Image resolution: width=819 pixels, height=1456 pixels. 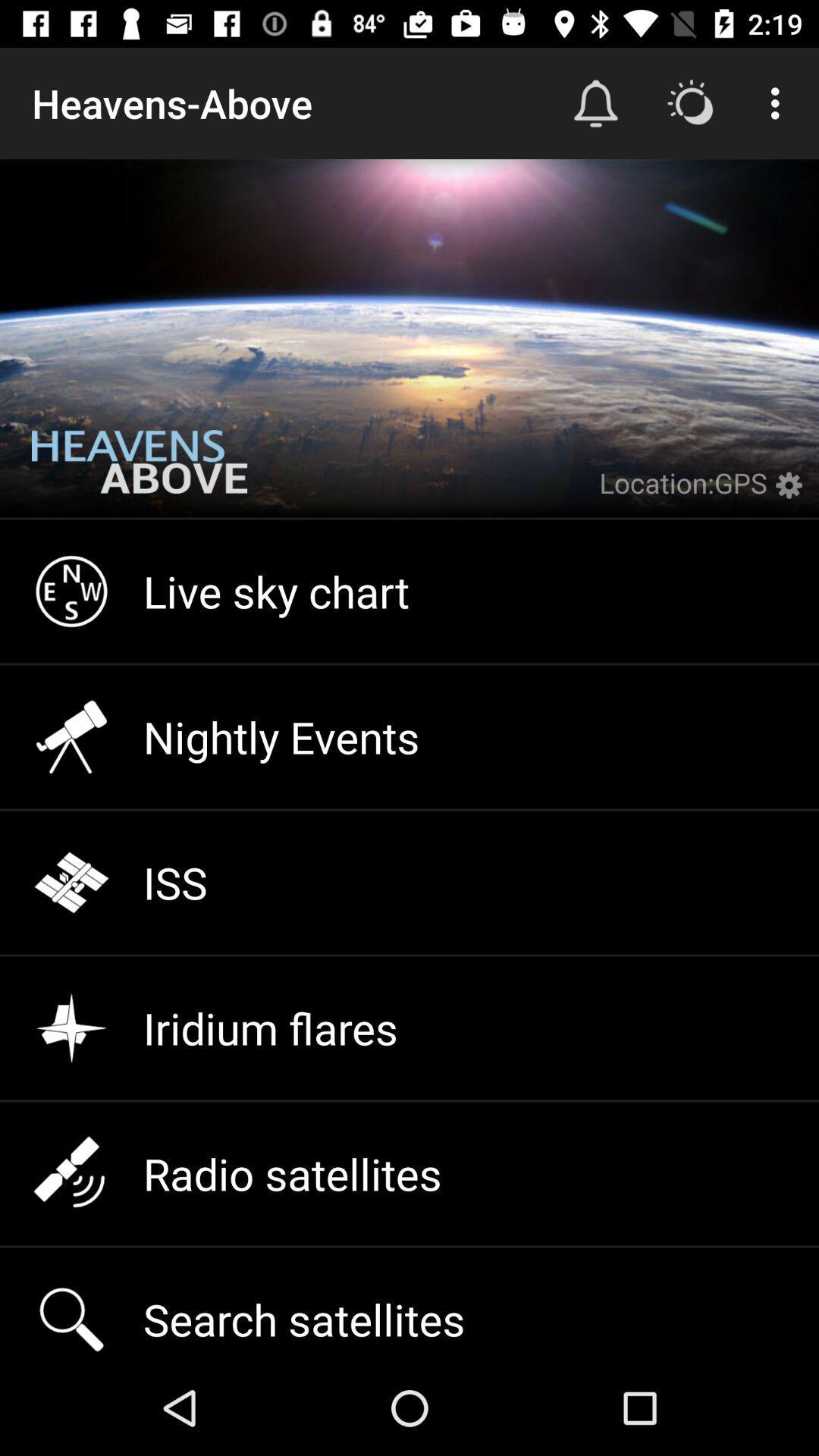 What do you see at coordinates (792, 494) in the screenshot?
I see `the item to the right of location:gps icon` at bounding box center [792, 494].